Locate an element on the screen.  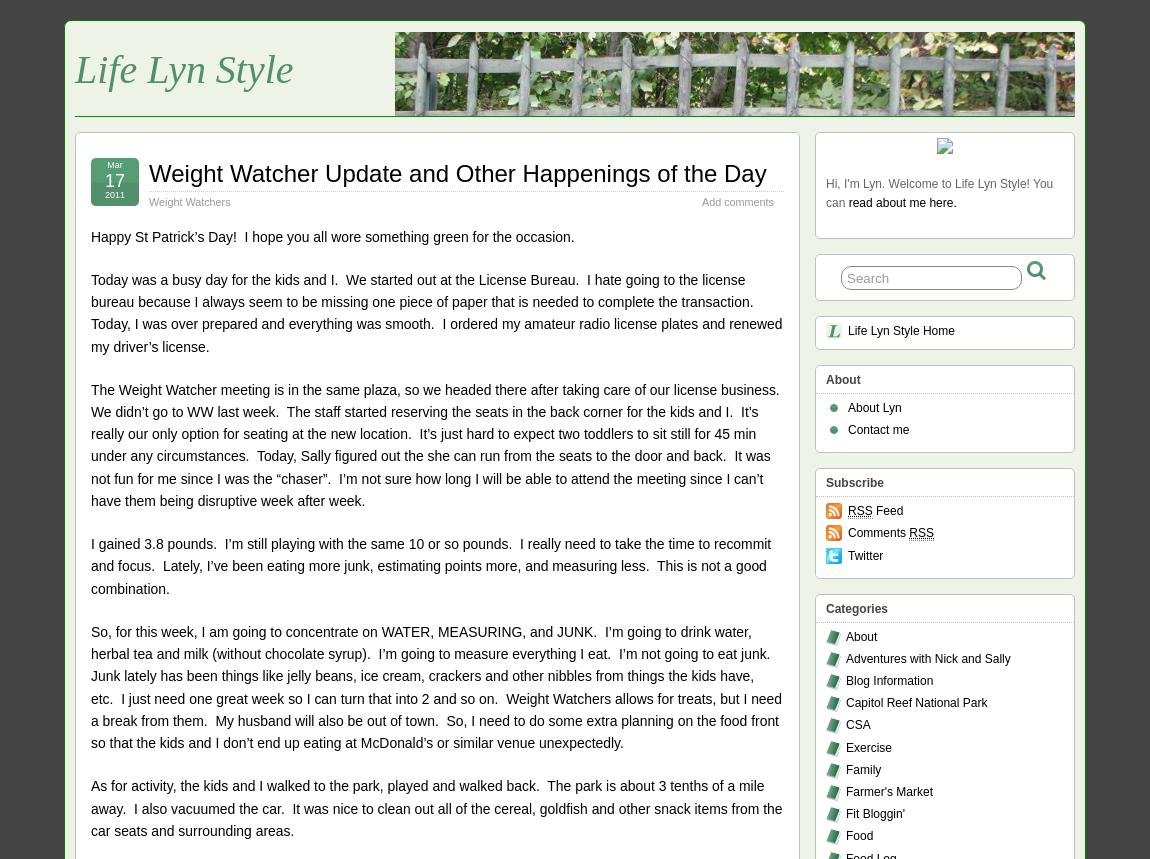
'Fit Bloggin'' is located at coordinates (875, 812).